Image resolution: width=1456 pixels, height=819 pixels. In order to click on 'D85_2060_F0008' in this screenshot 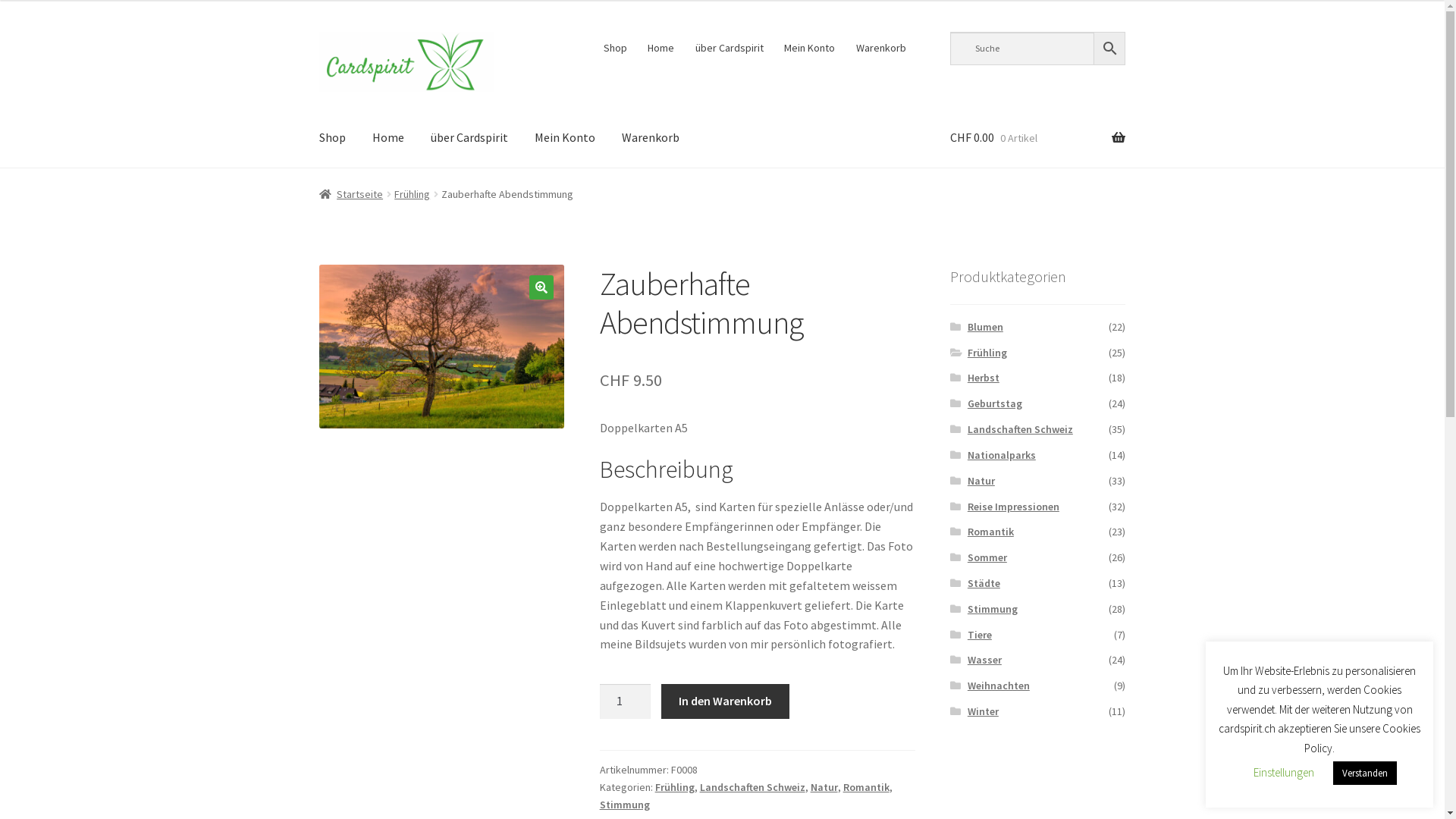, I will do `click(441, 346)`.